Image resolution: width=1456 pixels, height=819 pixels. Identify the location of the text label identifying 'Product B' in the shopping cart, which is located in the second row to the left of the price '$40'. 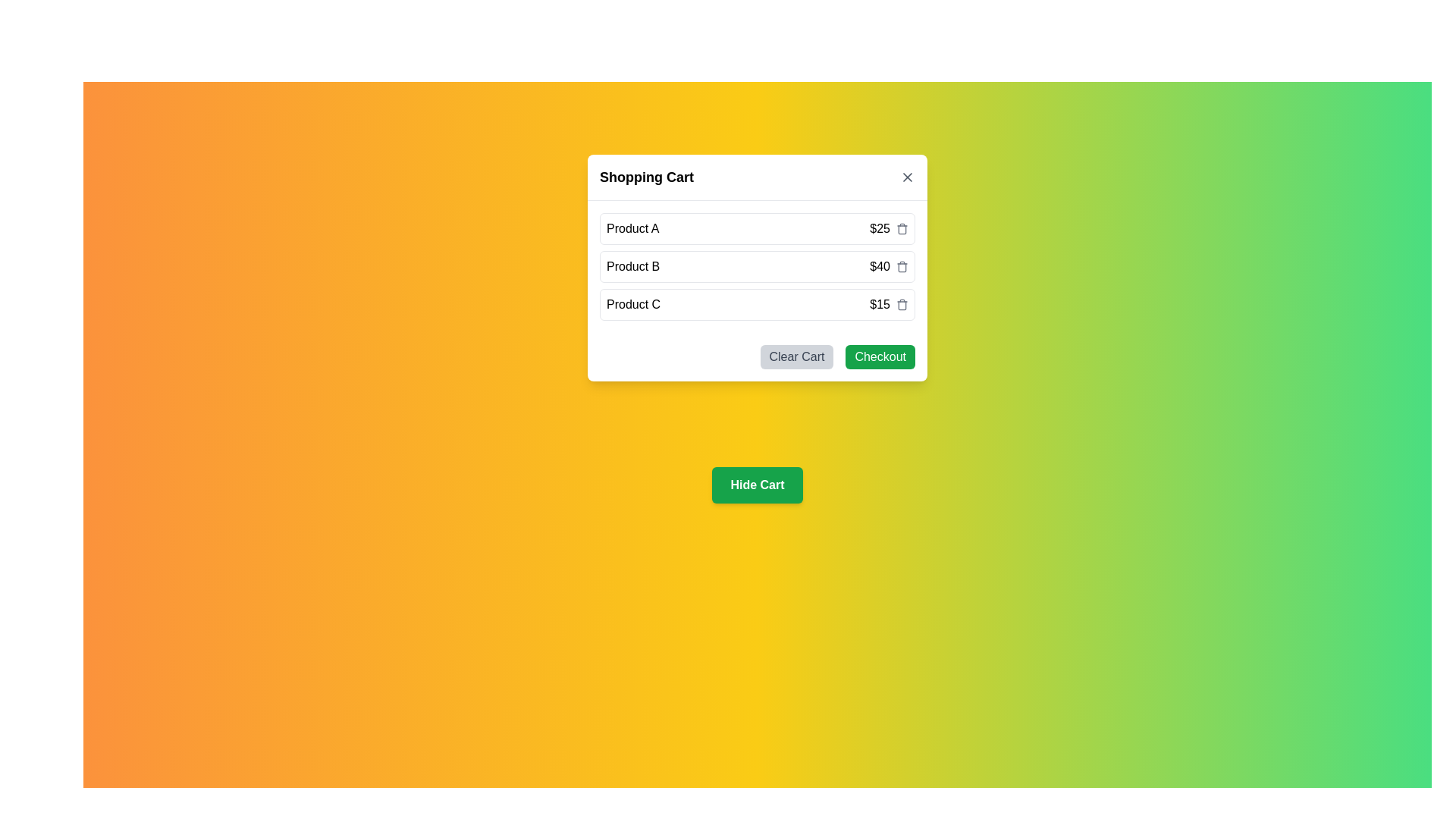
(633, 265).